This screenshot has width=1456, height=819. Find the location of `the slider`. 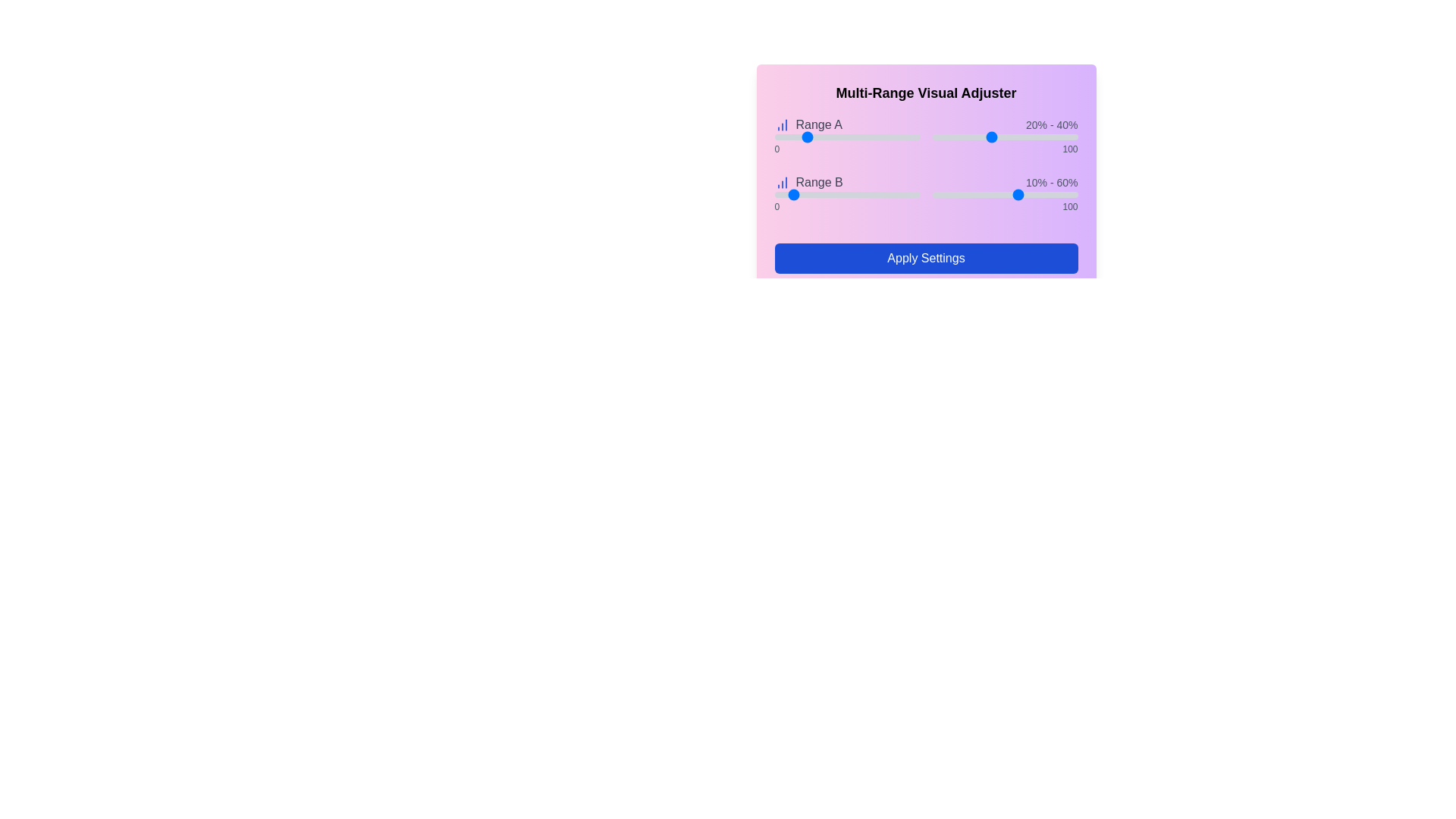

the slider is located at coordinates (1012, 137).